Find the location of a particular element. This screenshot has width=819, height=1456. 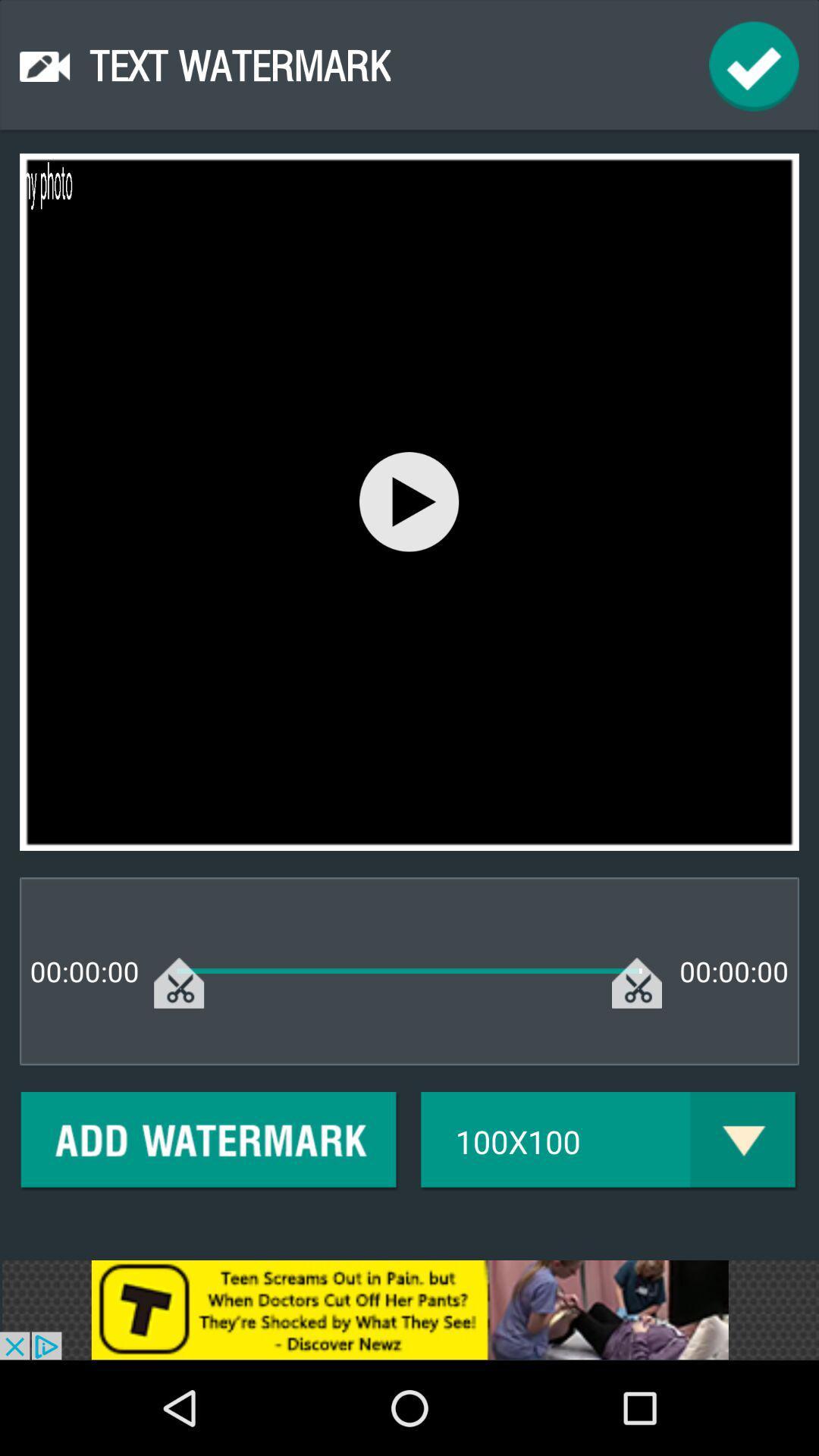

open advertisement is located at coordinates (409, 1309).